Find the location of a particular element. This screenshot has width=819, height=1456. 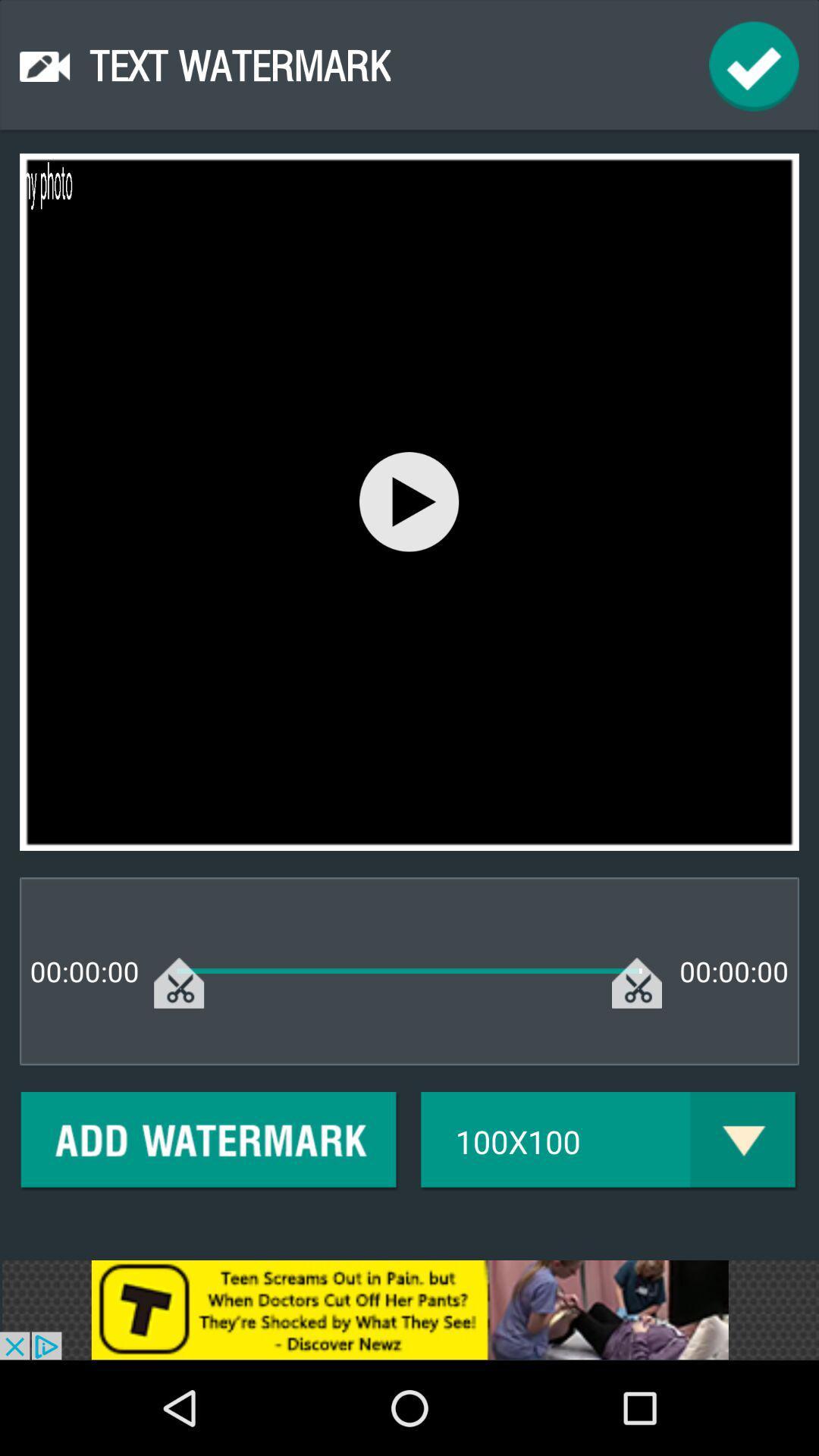

open advertisement is located at coordinates (409, 1309).